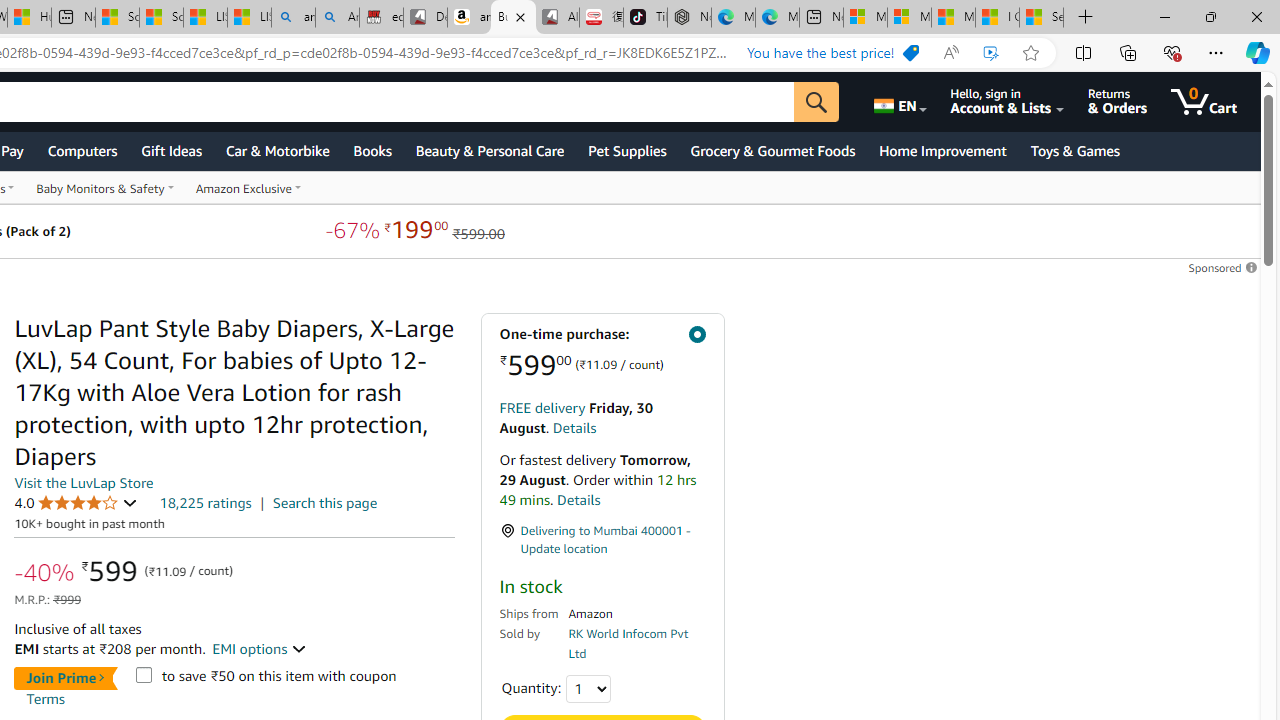 This screenshot has height=720, width=1280. Describe the element at coordinates (816, 101) in the screenshot. I see `'Go'` at that location.